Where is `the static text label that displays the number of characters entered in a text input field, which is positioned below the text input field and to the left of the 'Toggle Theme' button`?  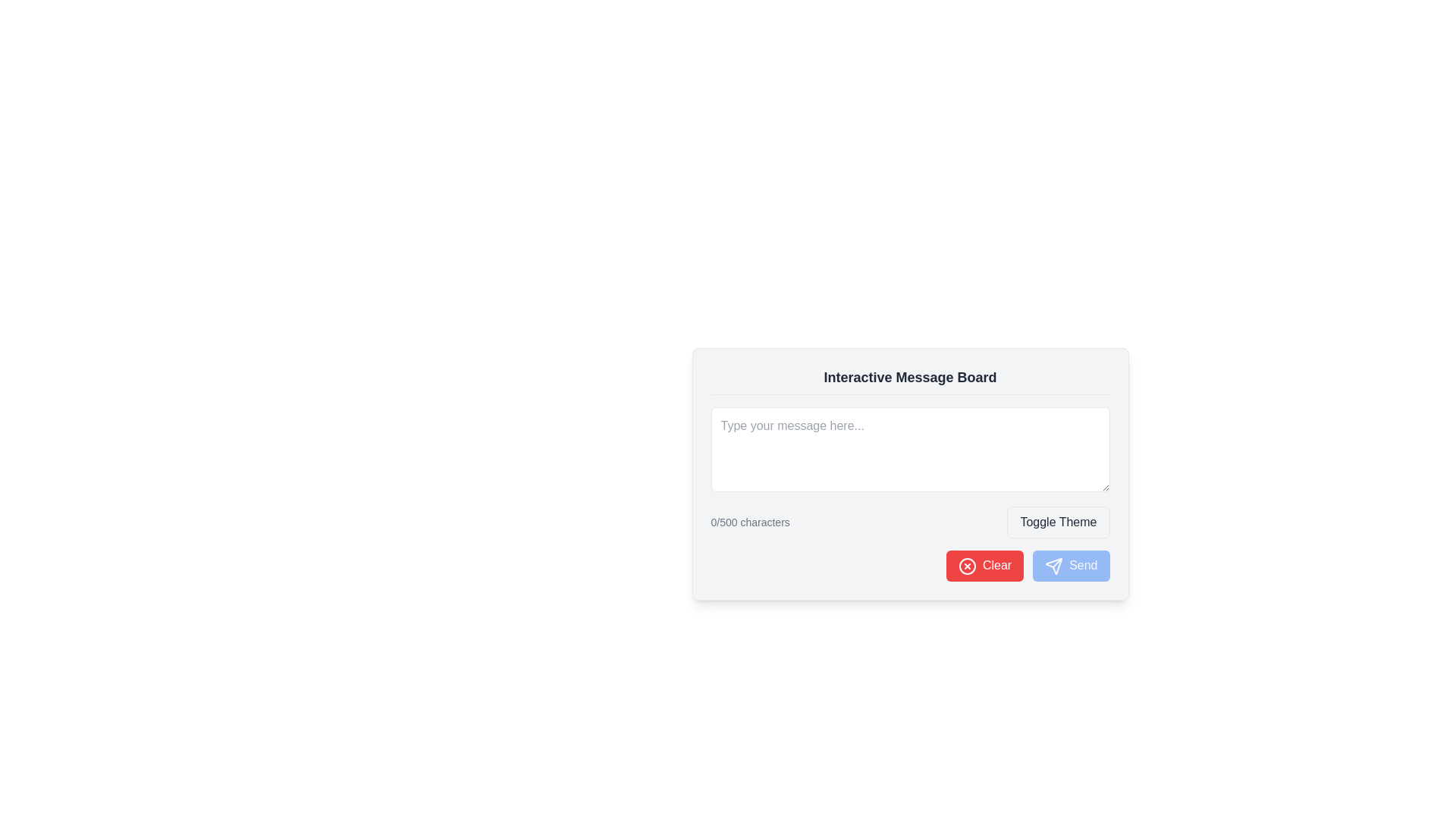 the static text label that displays the number of characters entered in a text input field, which is positioned below the text input field and to the left of the 'Toggle Theme' button is located at coordinates (750, 522).